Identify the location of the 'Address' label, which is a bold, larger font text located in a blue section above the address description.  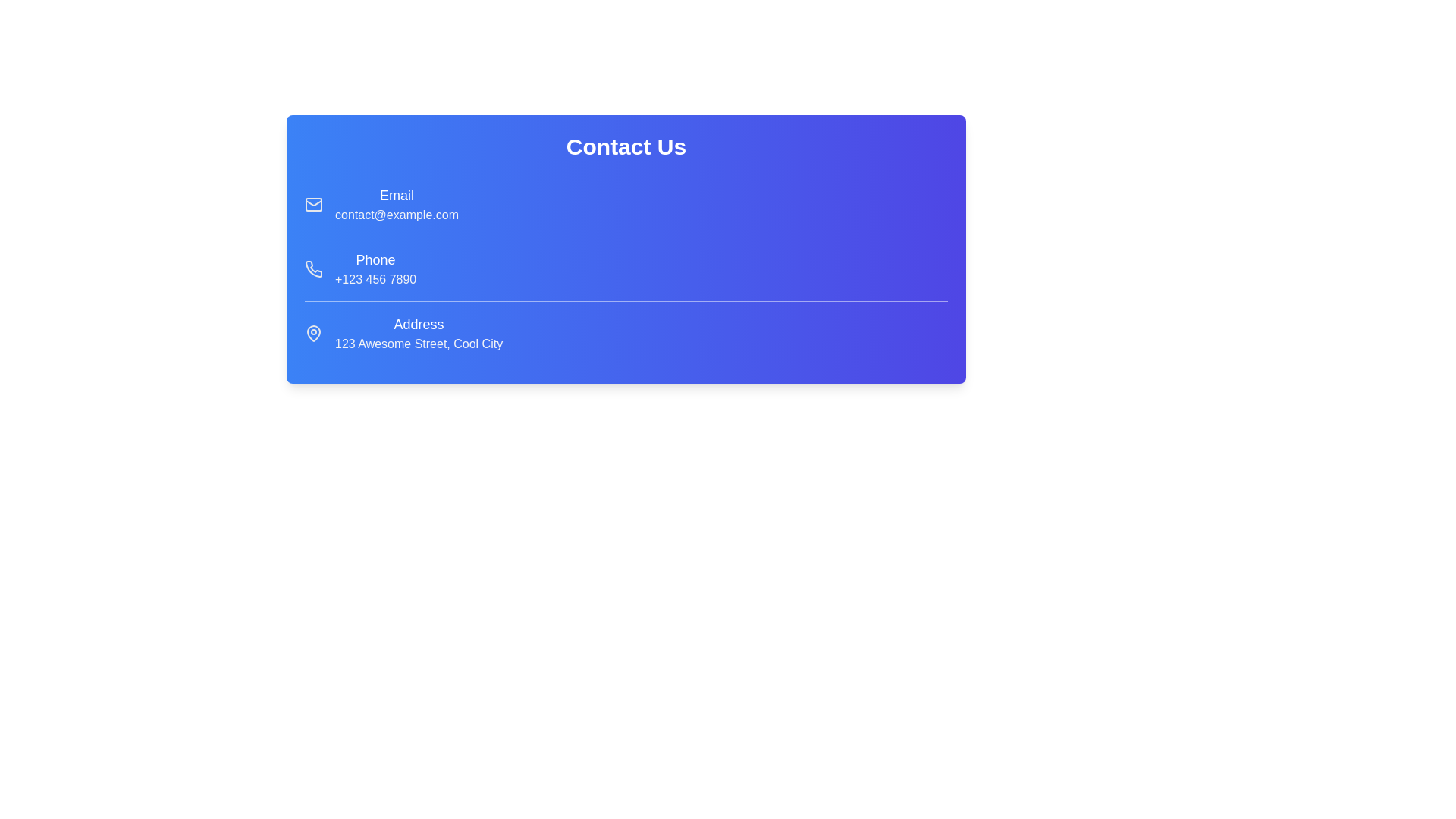
(419, 324).